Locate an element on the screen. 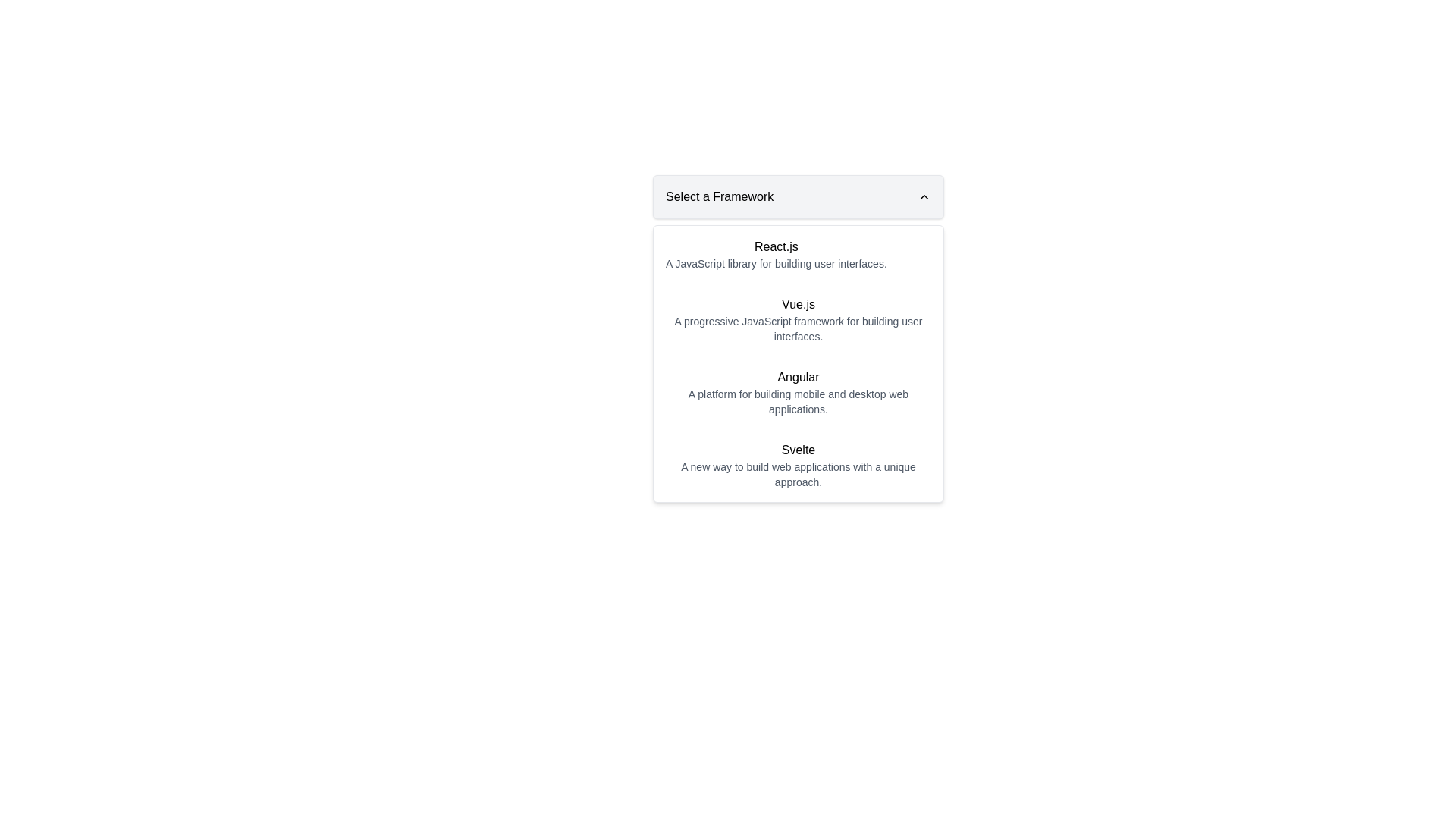  text label 'Select a Framework', which is styled in bold and serves as the header for a dropdown menu is located at coordinates (719, 196).